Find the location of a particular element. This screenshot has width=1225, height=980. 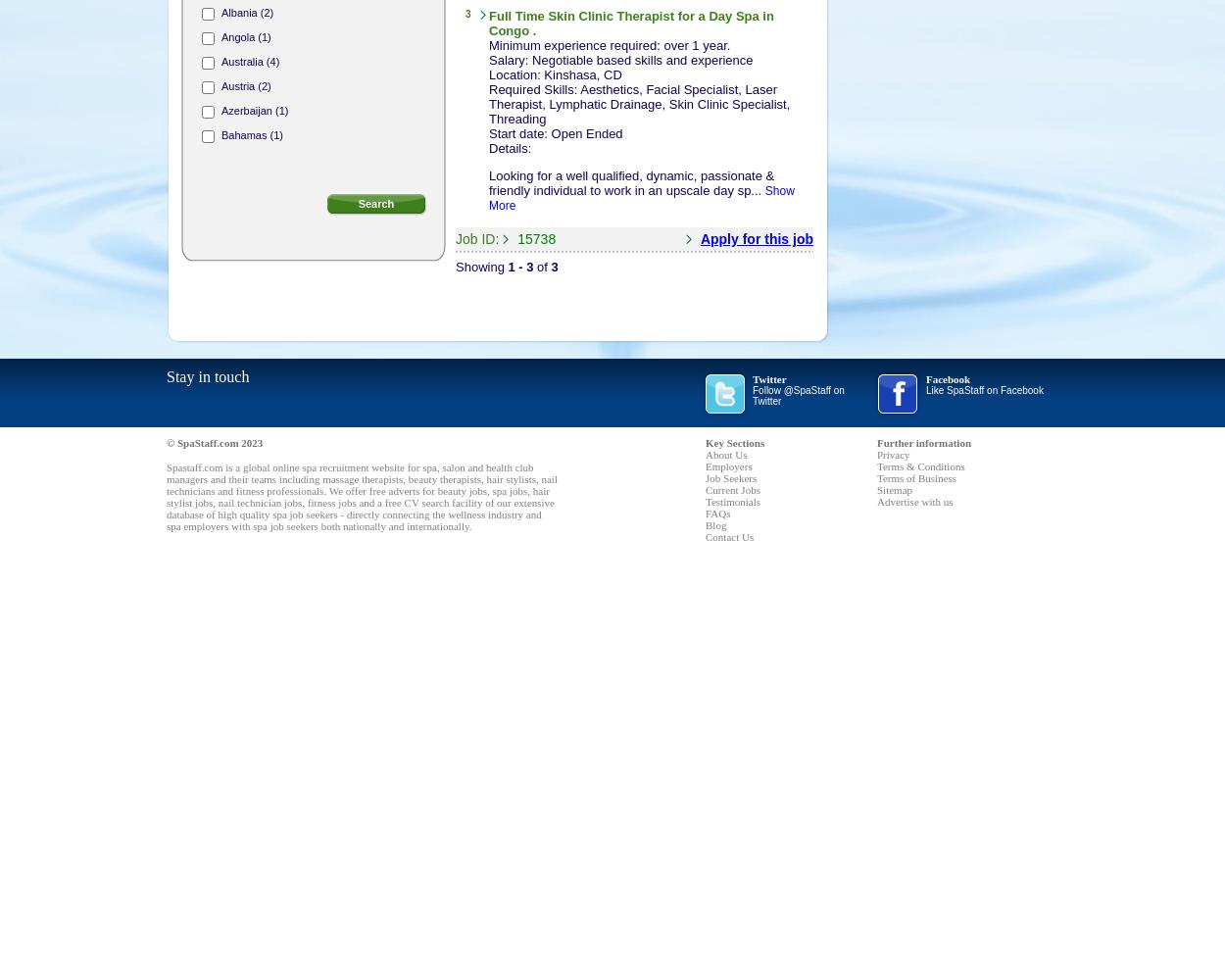

'Bermuda (8)' is located at coordinates (251, 184).